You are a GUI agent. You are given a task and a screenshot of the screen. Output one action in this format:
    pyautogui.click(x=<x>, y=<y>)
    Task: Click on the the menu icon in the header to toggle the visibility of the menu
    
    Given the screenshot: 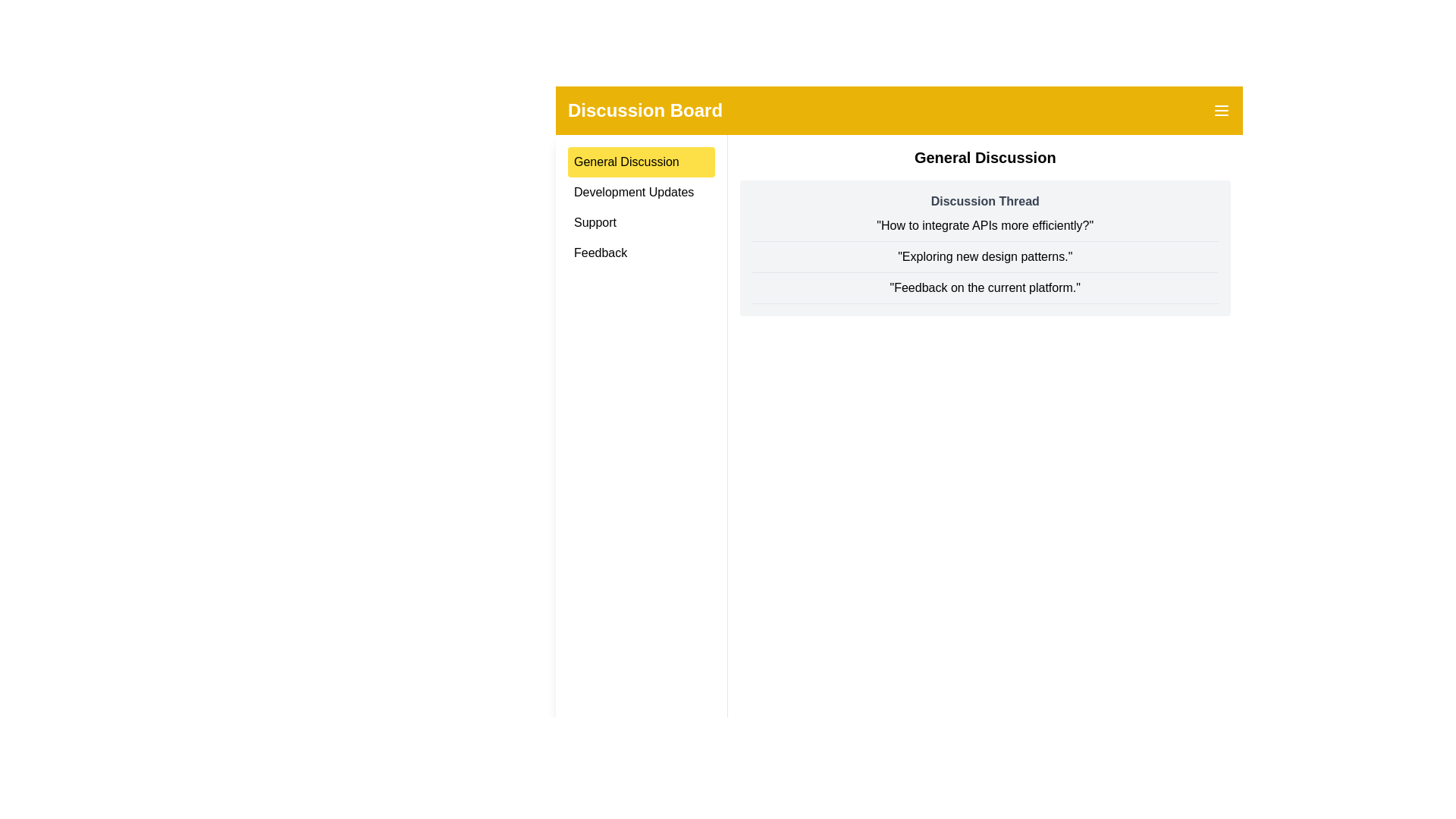 What is the action you would take?
    pyautogui.click(x=1222, y=110)
    